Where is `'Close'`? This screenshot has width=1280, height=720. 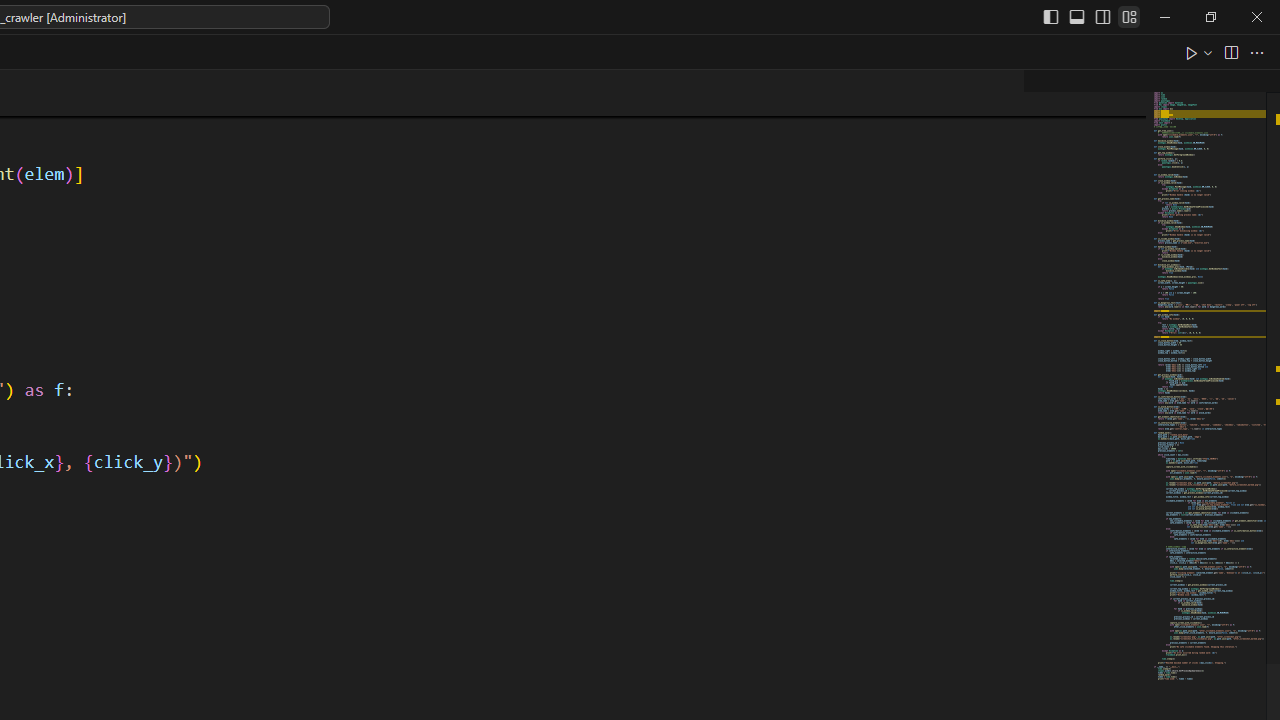
'Close' is located at coordinates (1255, 16).